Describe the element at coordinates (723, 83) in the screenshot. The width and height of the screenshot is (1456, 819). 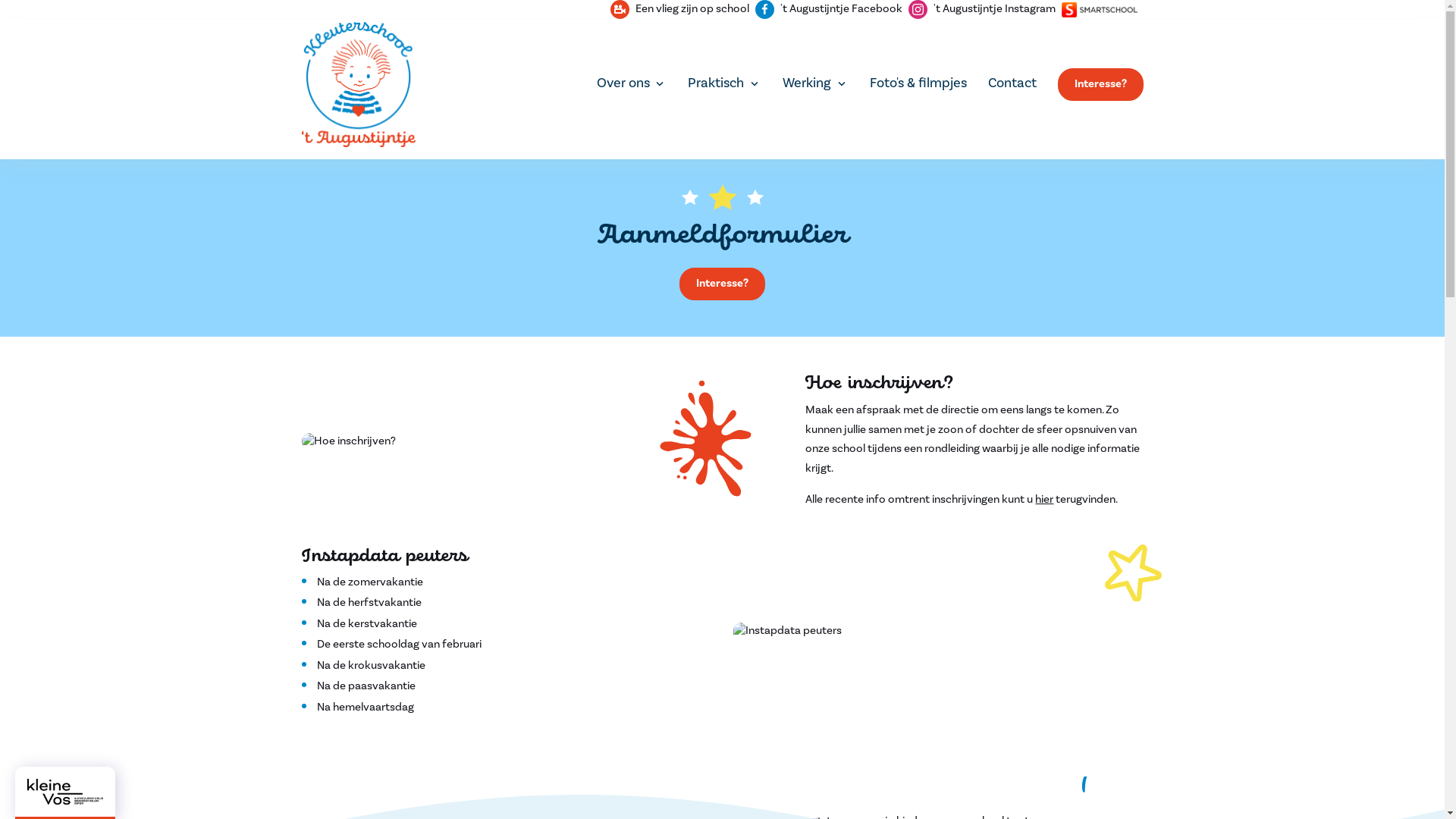
I see `'Praktisch'` at that location.